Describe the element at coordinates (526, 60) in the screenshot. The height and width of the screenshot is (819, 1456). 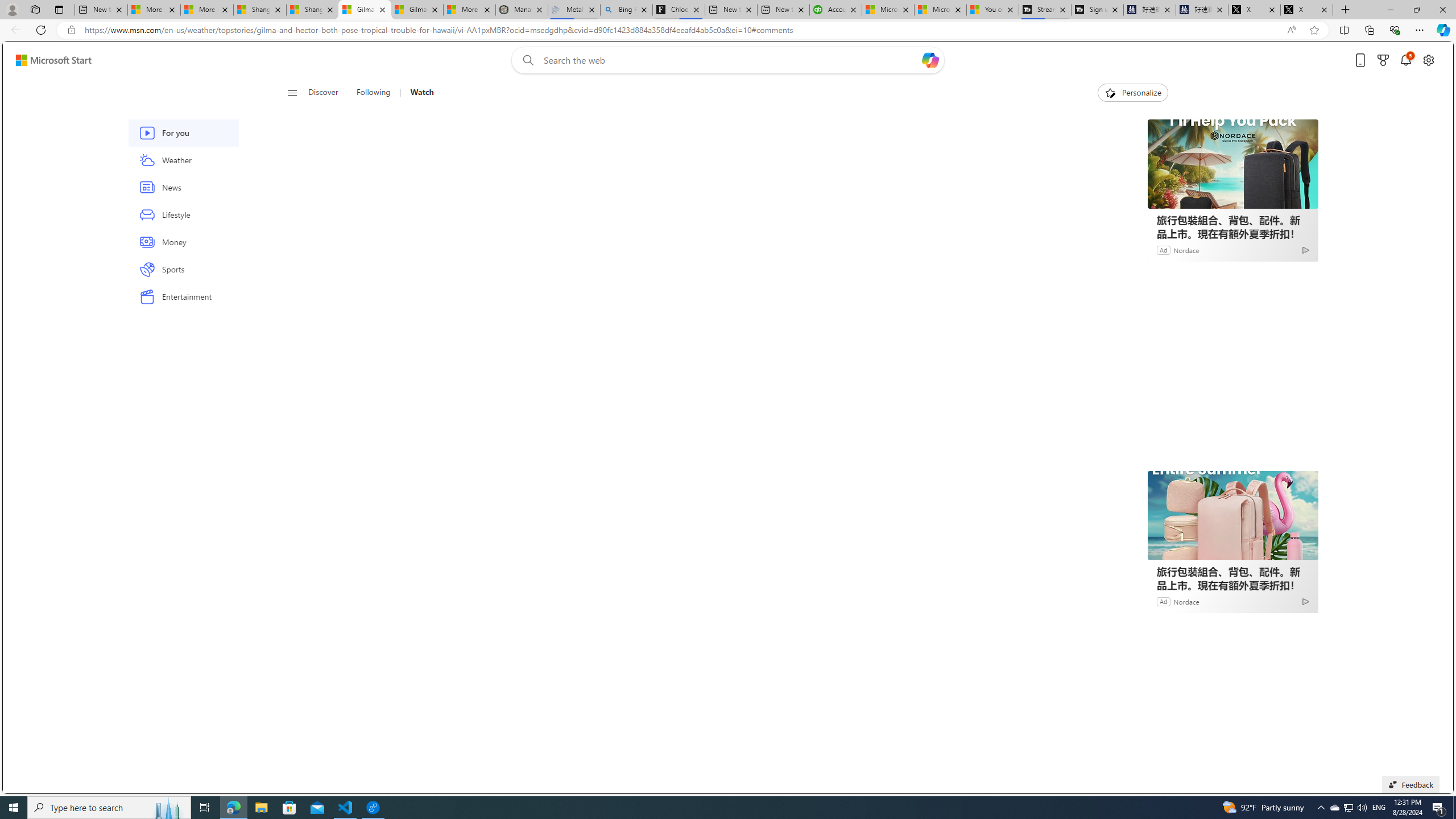
I see `'Web search'` at that location.